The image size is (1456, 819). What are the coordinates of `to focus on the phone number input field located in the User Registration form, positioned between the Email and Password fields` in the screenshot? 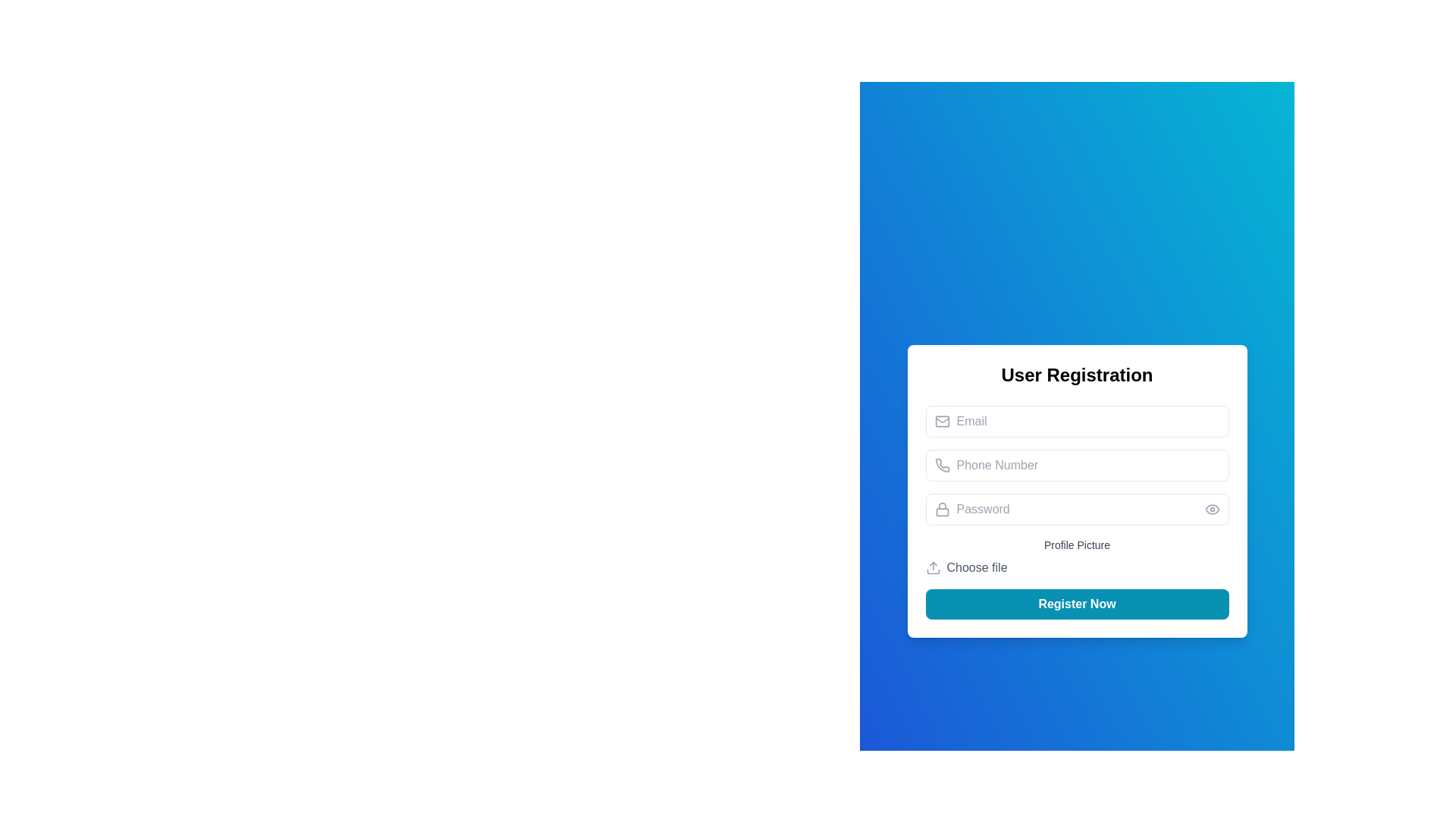 It's located at (1076, 464).